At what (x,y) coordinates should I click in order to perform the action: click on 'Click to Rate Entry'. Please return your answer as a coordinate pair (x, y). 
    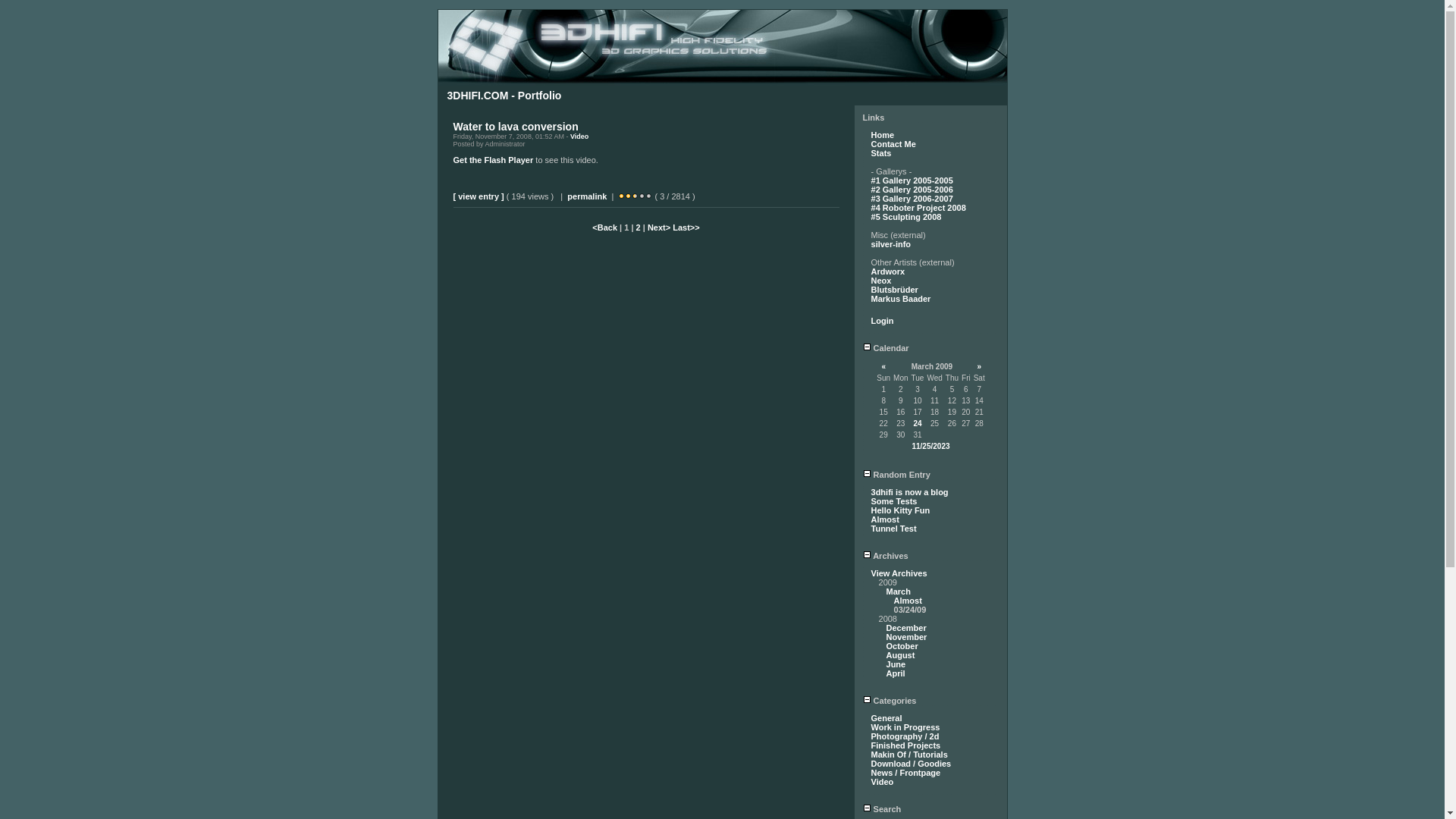
    Looking at the image, I should click on (618, 195).